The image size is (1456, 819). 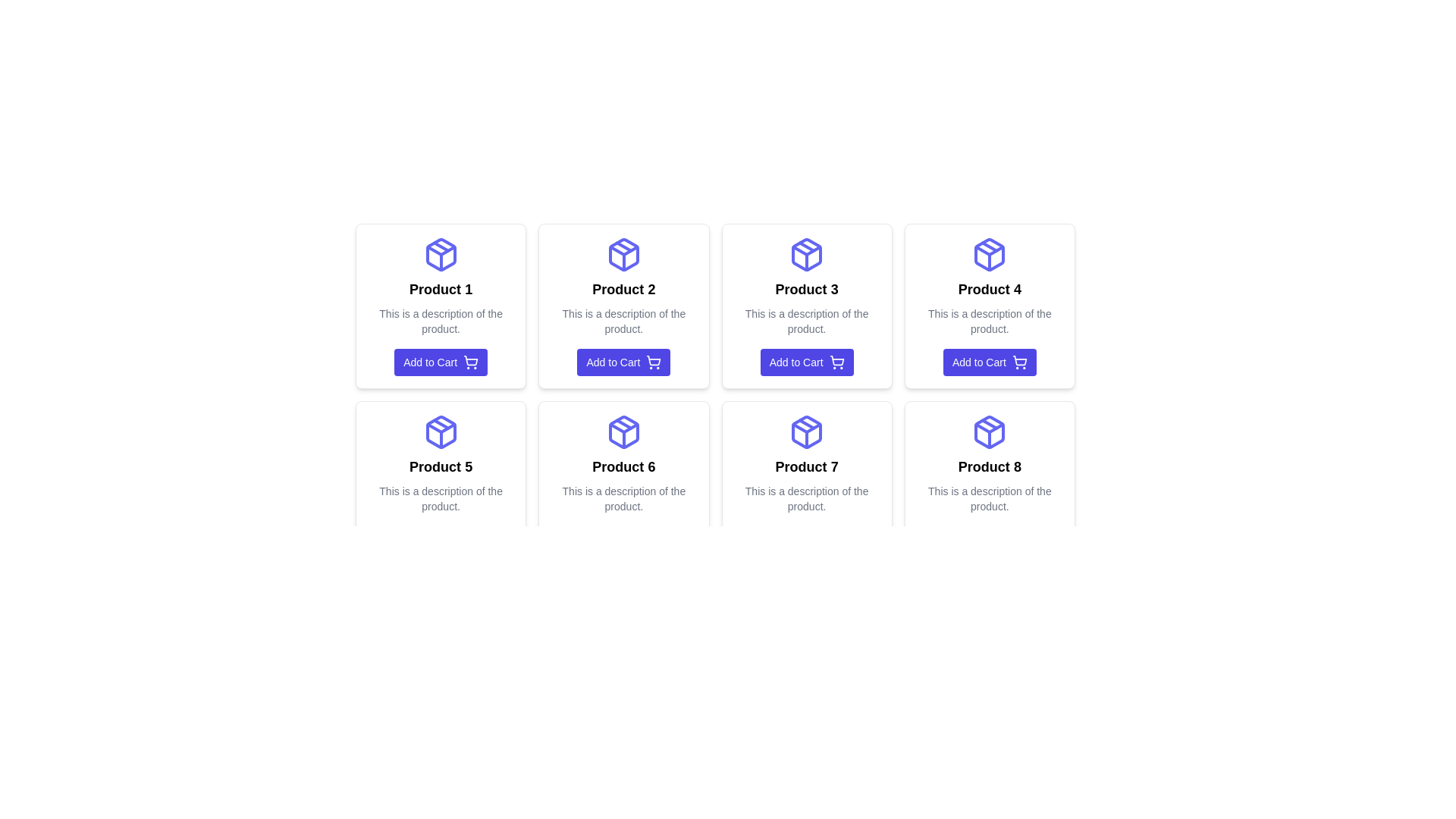 I want to click on the 'Add to Cart' button, which is a rectangular button styled with a blue background and white bold text located at the bottom of the card for 'Product 1', so click(x=440, y=362).